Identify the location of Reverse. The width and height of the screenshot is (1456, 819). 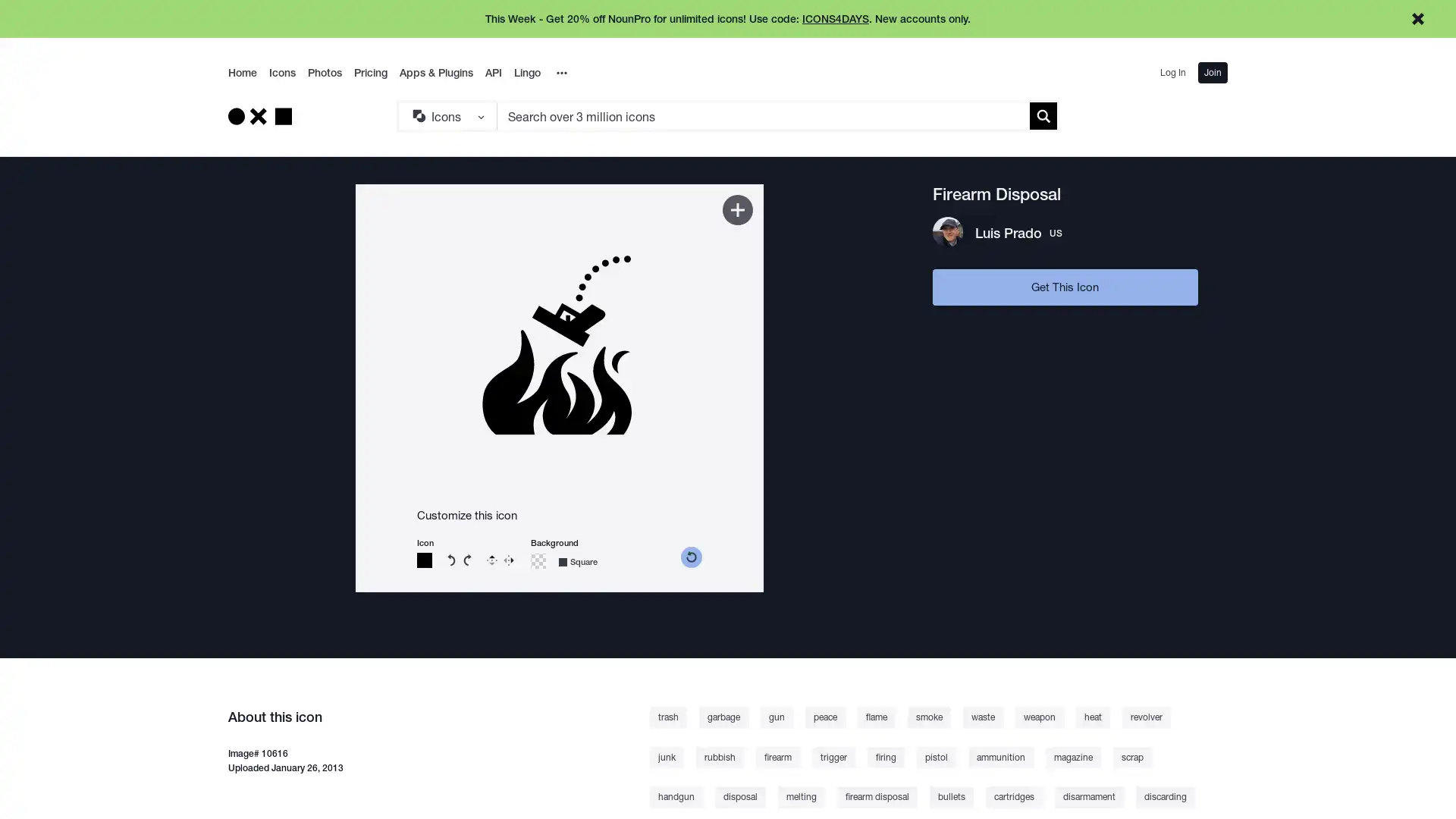
(508, 560).